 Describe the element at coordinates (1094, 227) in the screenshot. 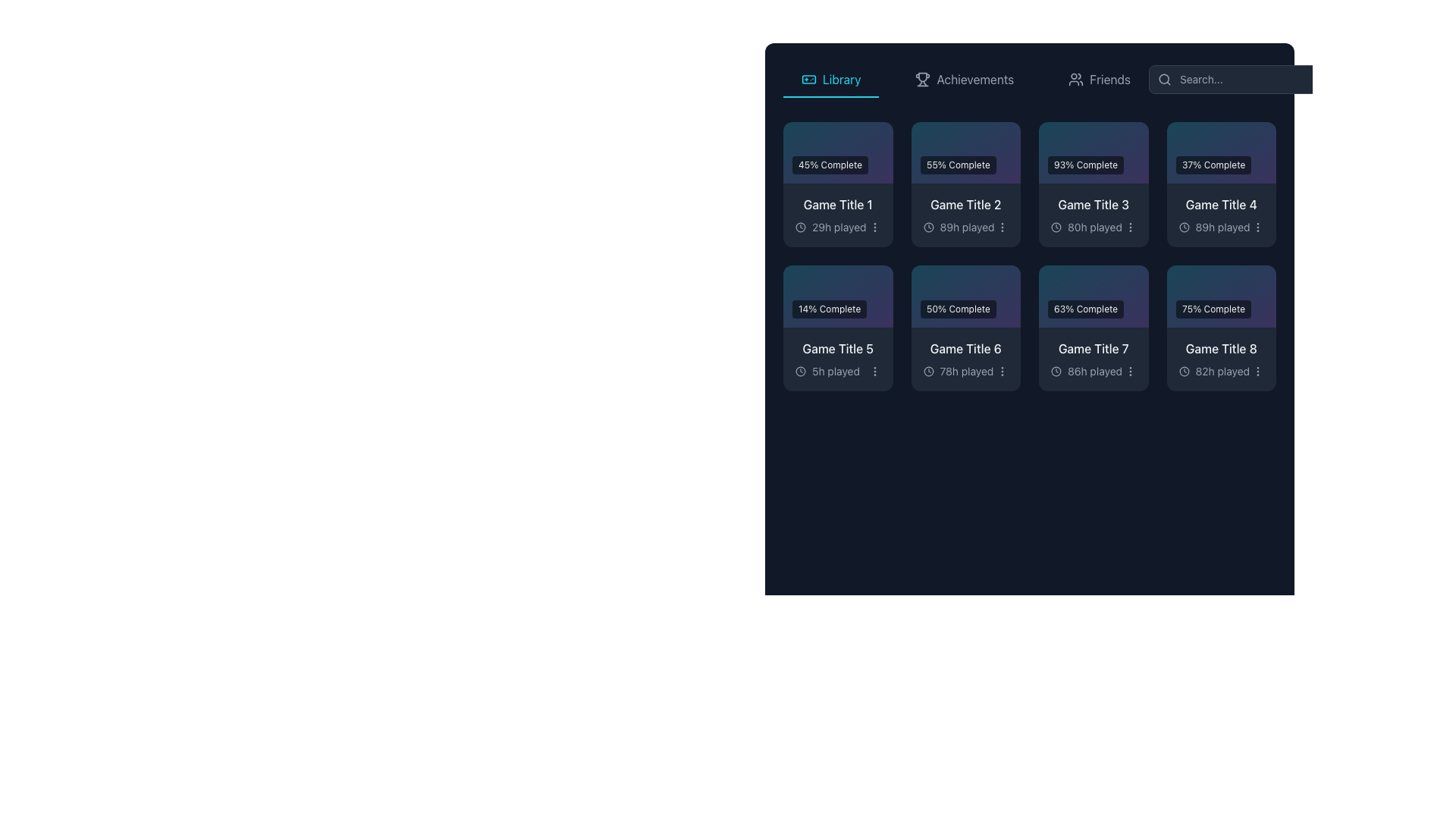

I see `the Informational Text with Icon displaying '80h played' next to a clock-shaped icon in the game card titled 'Game Title 3'` at that location.